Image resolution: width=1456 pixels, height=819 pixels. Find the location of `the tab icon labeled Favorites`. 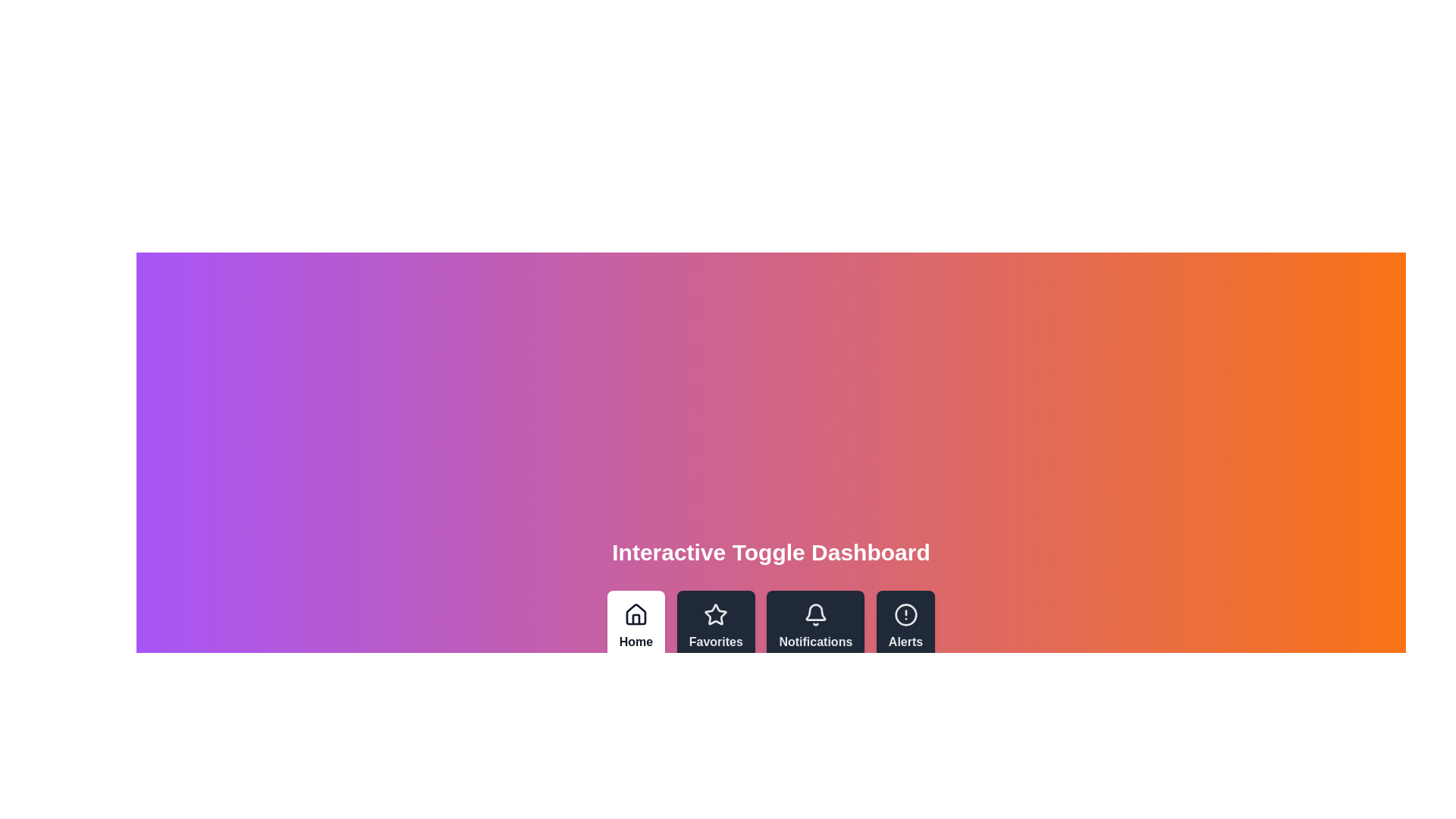

the tab icon labeled Favorites is located at coordinates (715, 626).